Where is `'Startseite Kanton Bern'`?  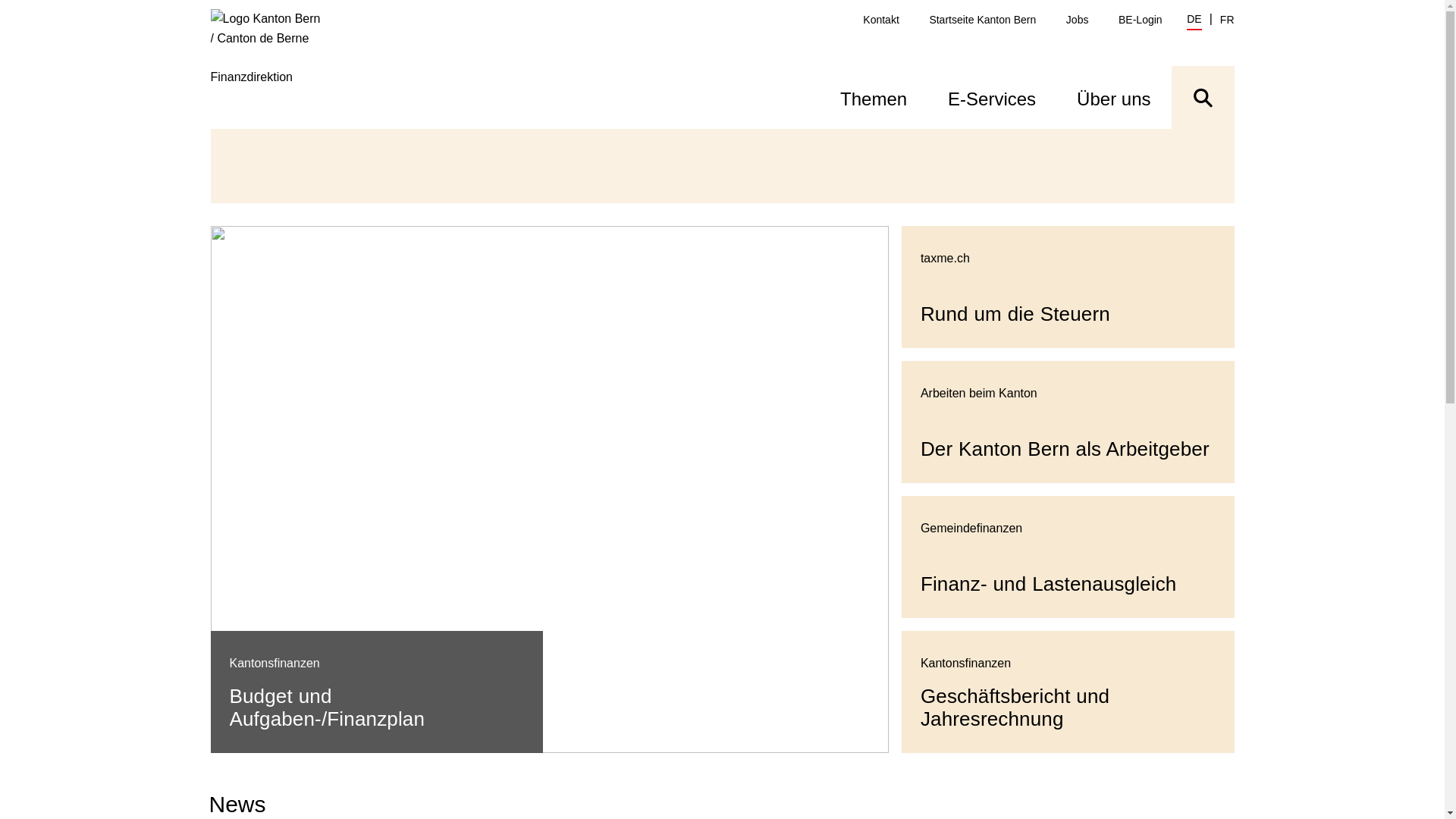
'Startseite Kanton Bern' is located at coordinates (982, 20).